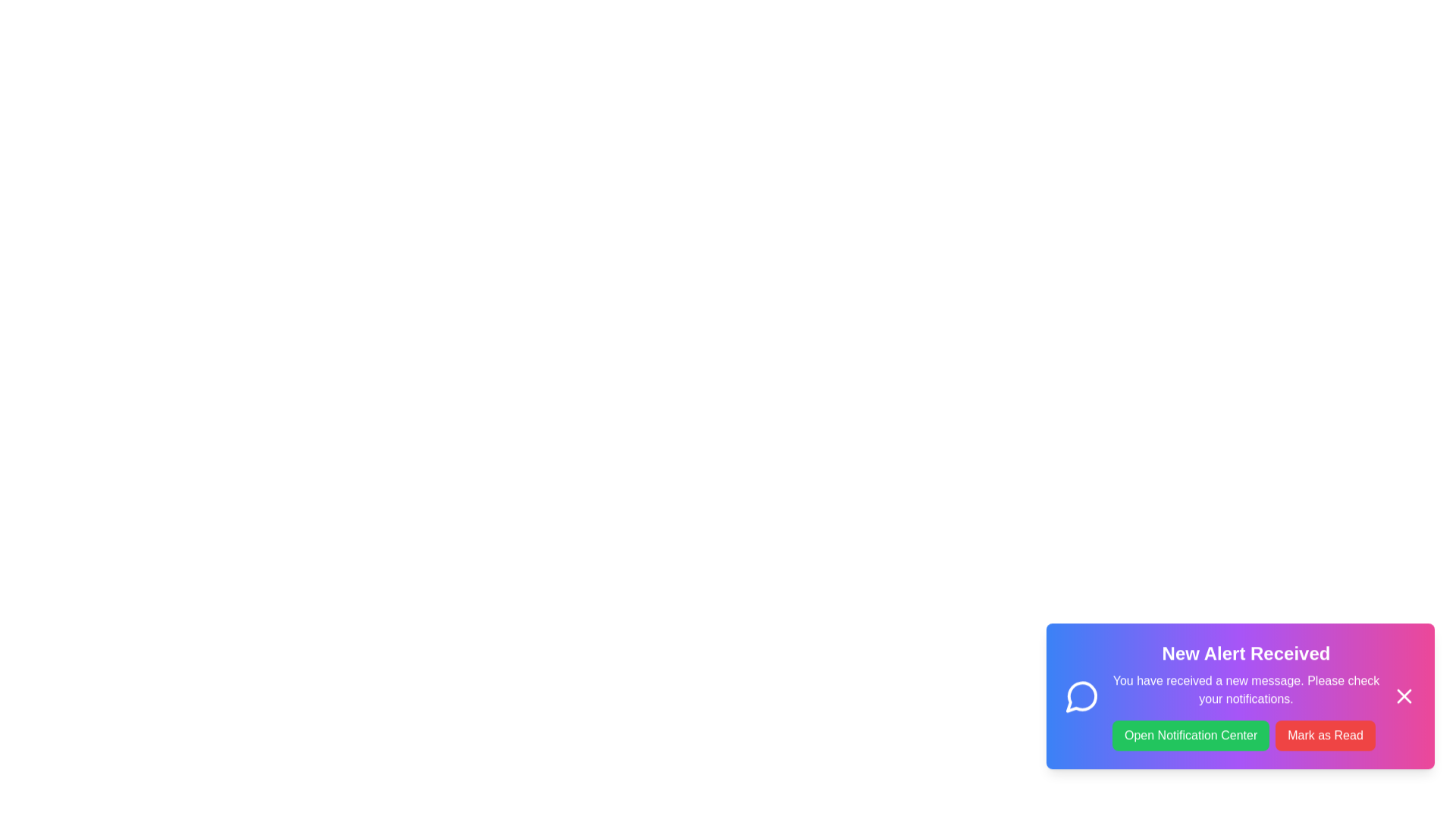  Describe the element at coordinates (1190, 749) in the screenshot. I see `the 'Open Notification Center' button to navigate to the Notification Center` at that location.